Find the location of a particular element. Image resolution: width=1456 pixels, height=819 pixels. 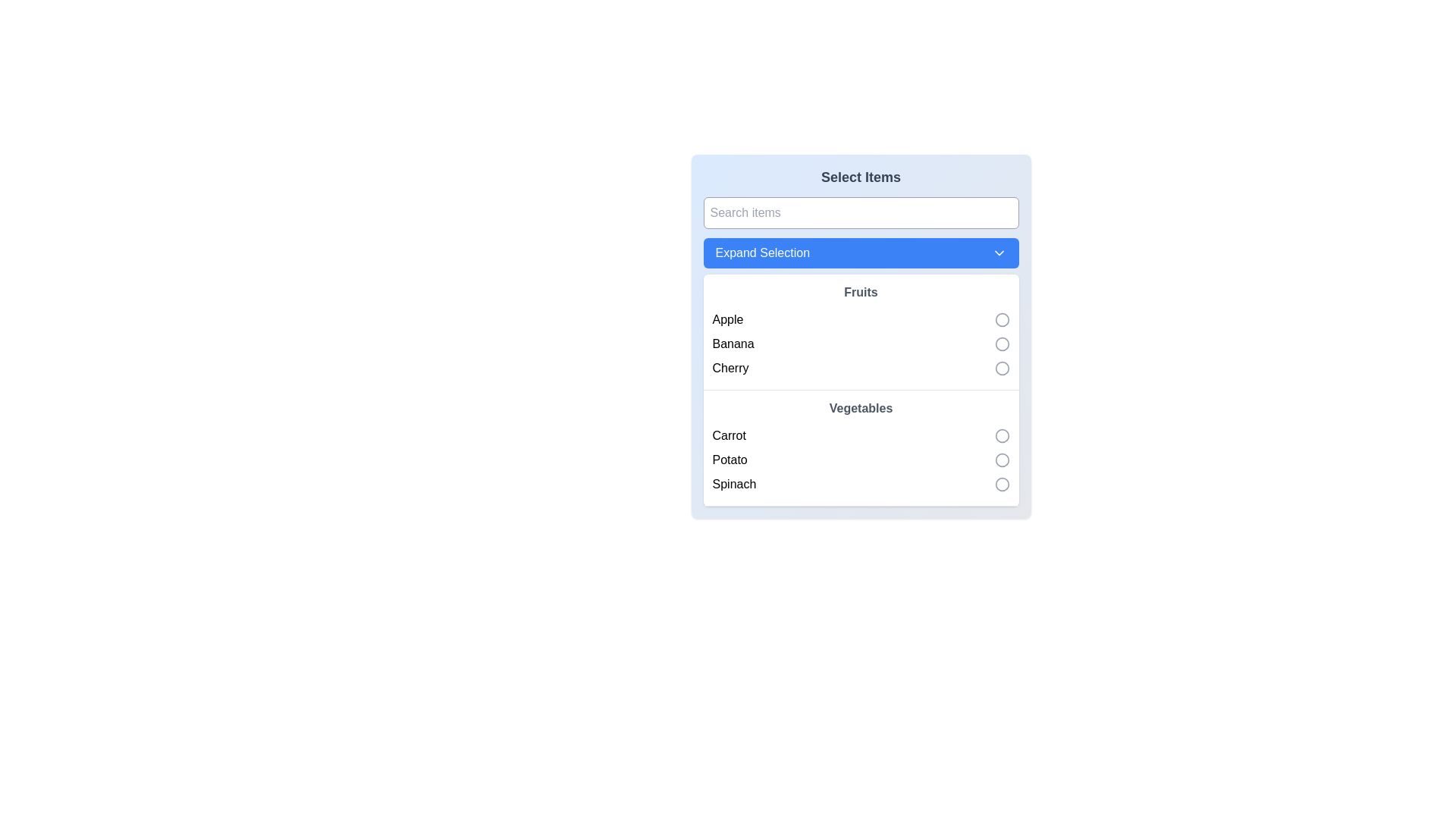

the list item displaying 'Banana' is located at coordinates (861, 344).